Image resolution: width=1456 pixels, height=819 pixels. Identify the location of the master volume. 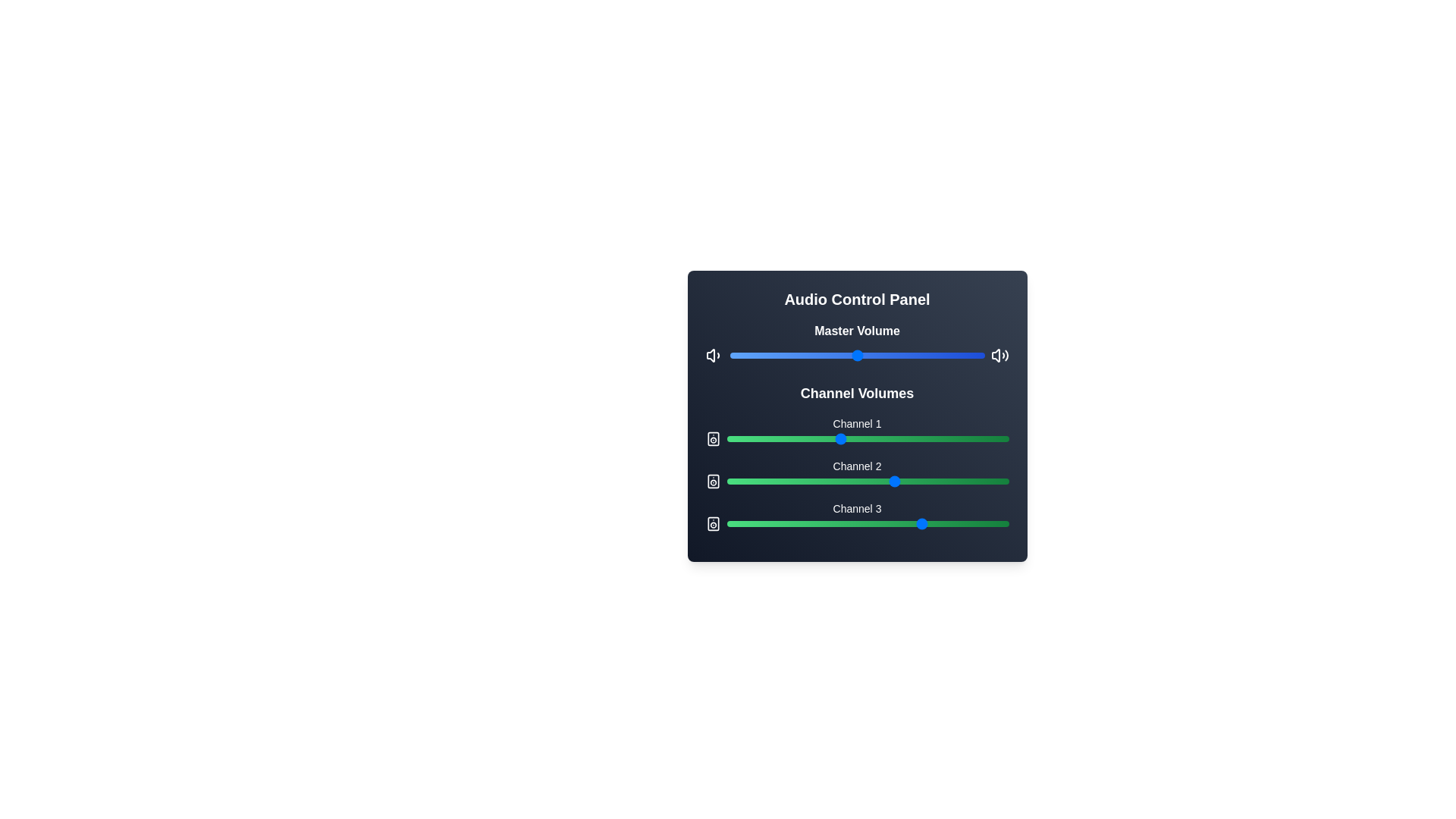
(930, 356).